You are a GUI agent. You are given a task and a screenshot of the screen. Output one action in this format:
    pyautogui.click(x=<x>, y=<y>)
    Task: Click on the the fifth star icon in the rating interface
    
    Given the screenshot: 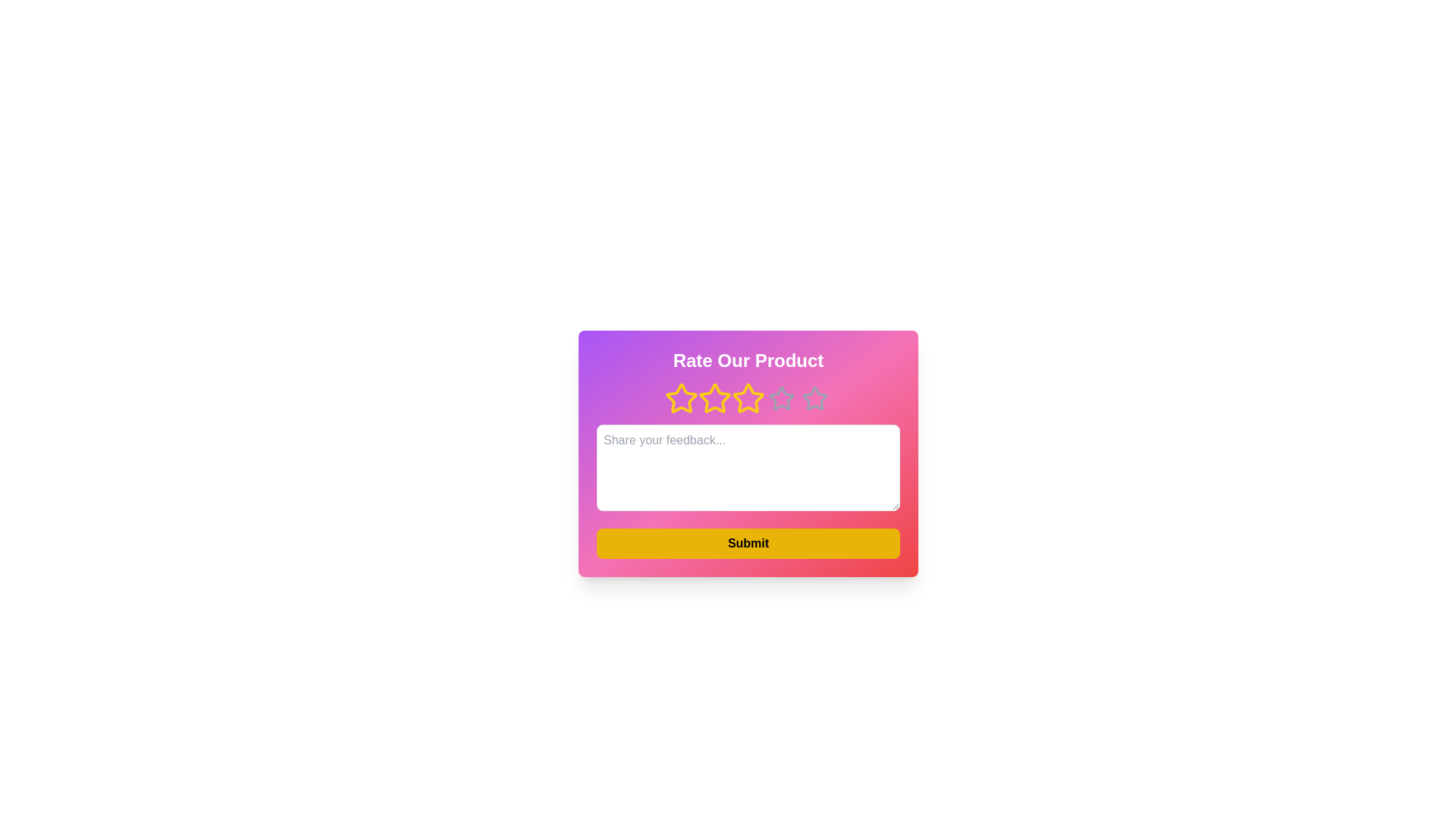 What is the action you would take?
    pyautogui.click(x=814, y=397)
    